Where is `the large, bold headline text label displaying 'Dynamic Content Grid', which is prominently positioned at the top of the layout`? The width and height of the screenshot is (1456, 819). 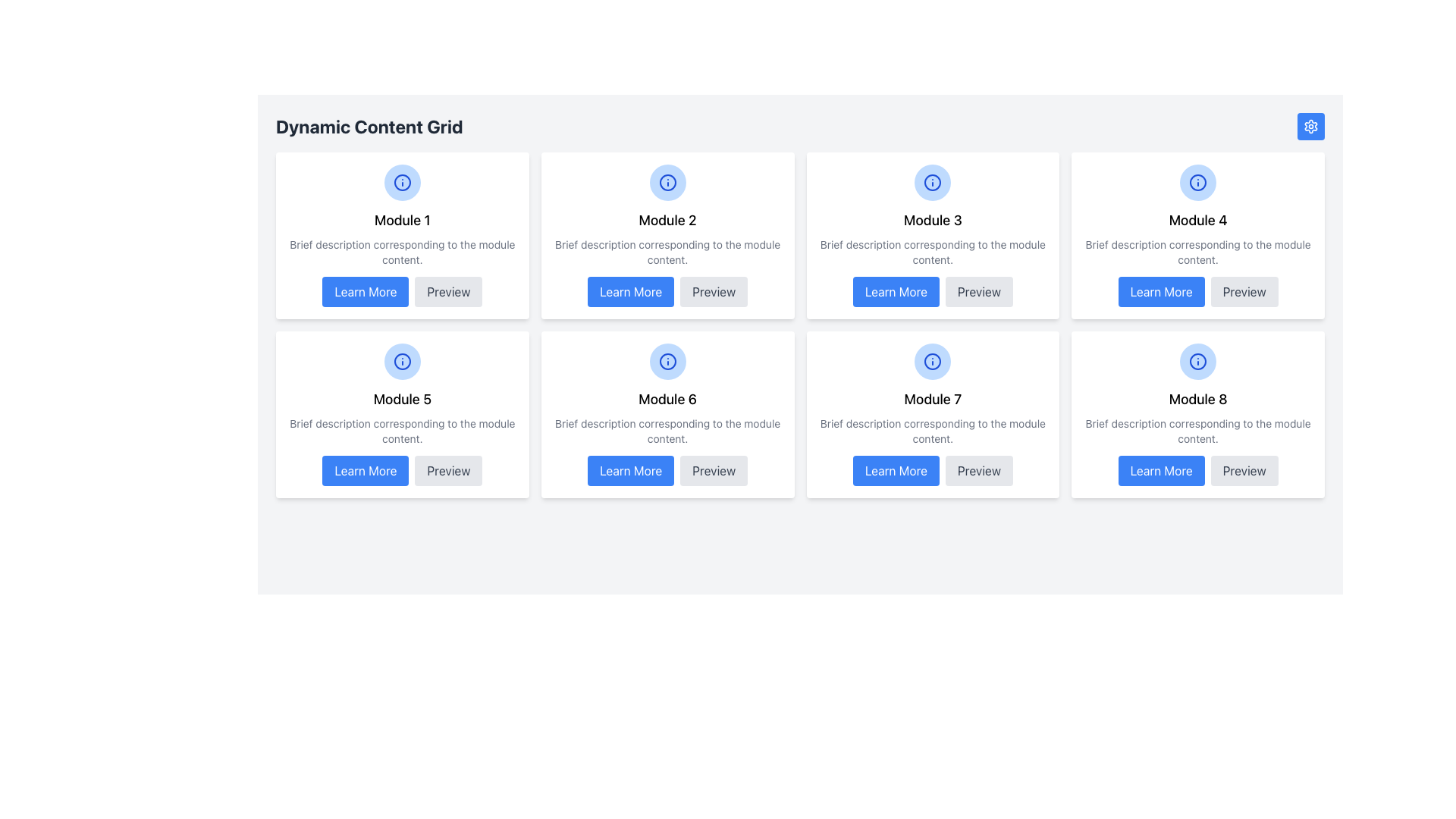 the large, bold headline text label displaying 'Dynamic Content Grid', which is prominently positioned at the top of the layout is located at coordinates (369, 125).